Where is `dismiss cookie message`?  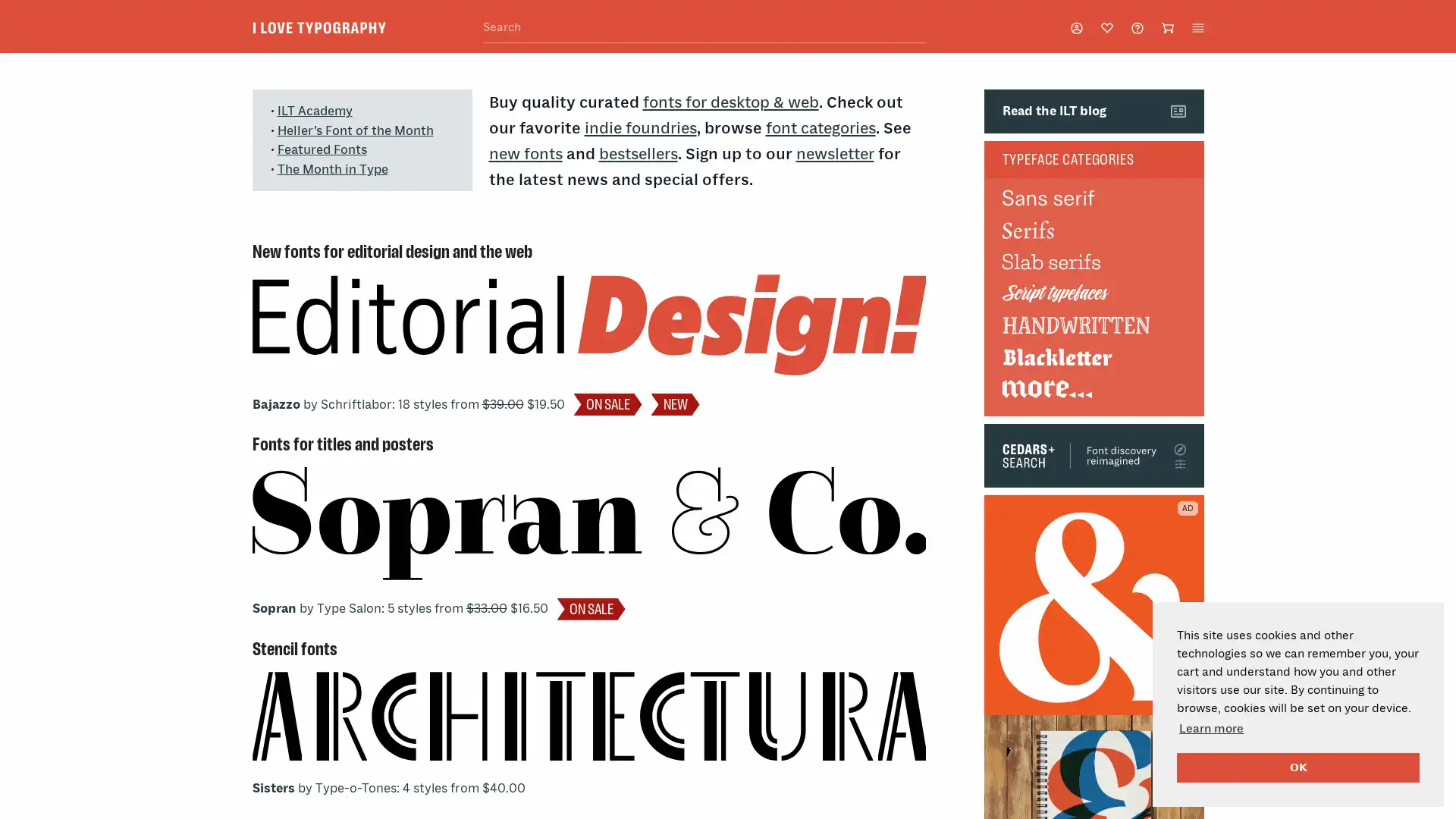
dismiss cookie message is located at coordinates (1298, 767).